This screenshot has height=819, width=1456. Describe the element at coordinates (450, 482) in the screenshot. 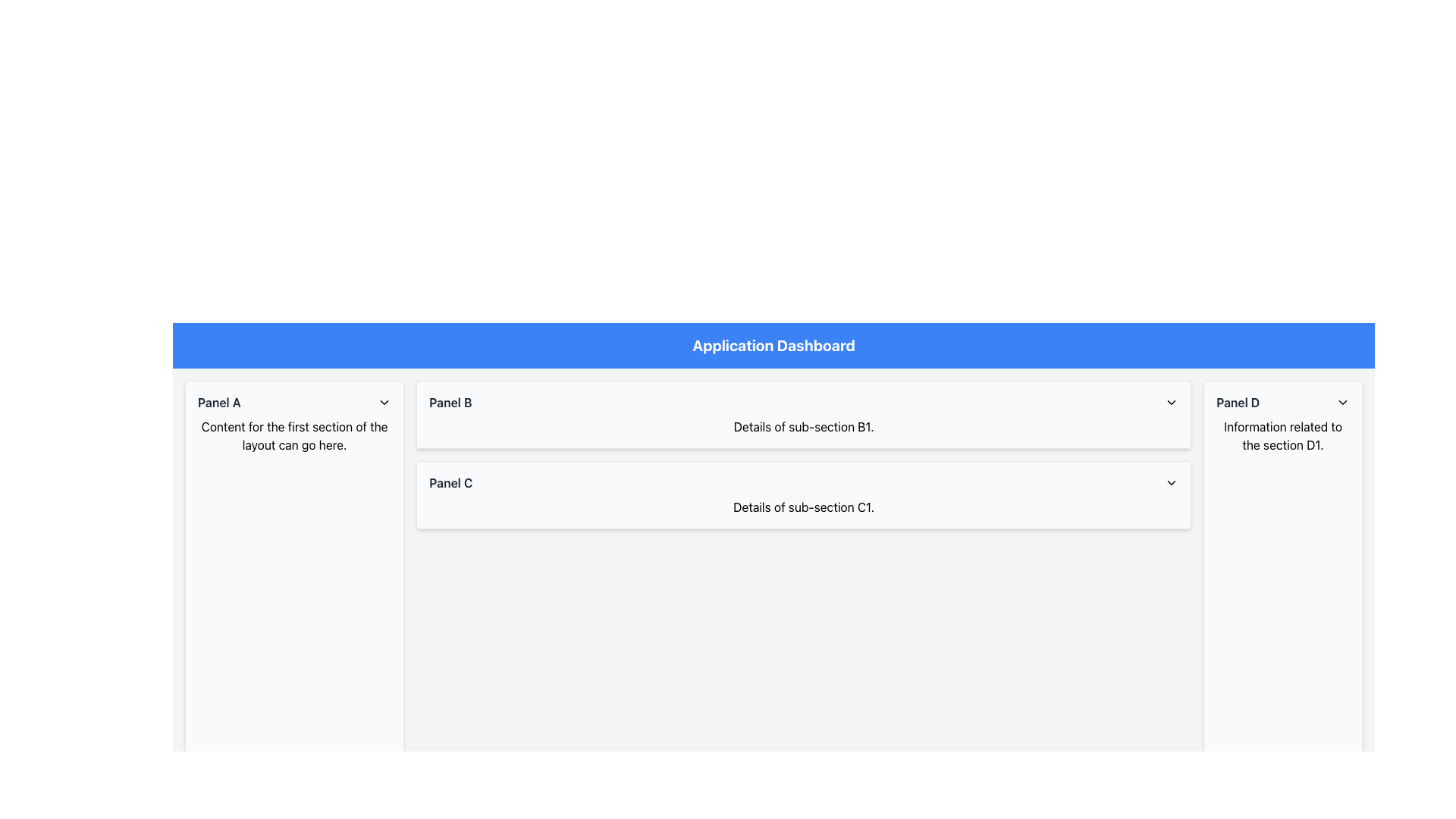

I see `label 'Panel C' displayed in bold font style and dark gray color, located in the middle section of the interface within the content card labeled as 'Panel C'` at that location.